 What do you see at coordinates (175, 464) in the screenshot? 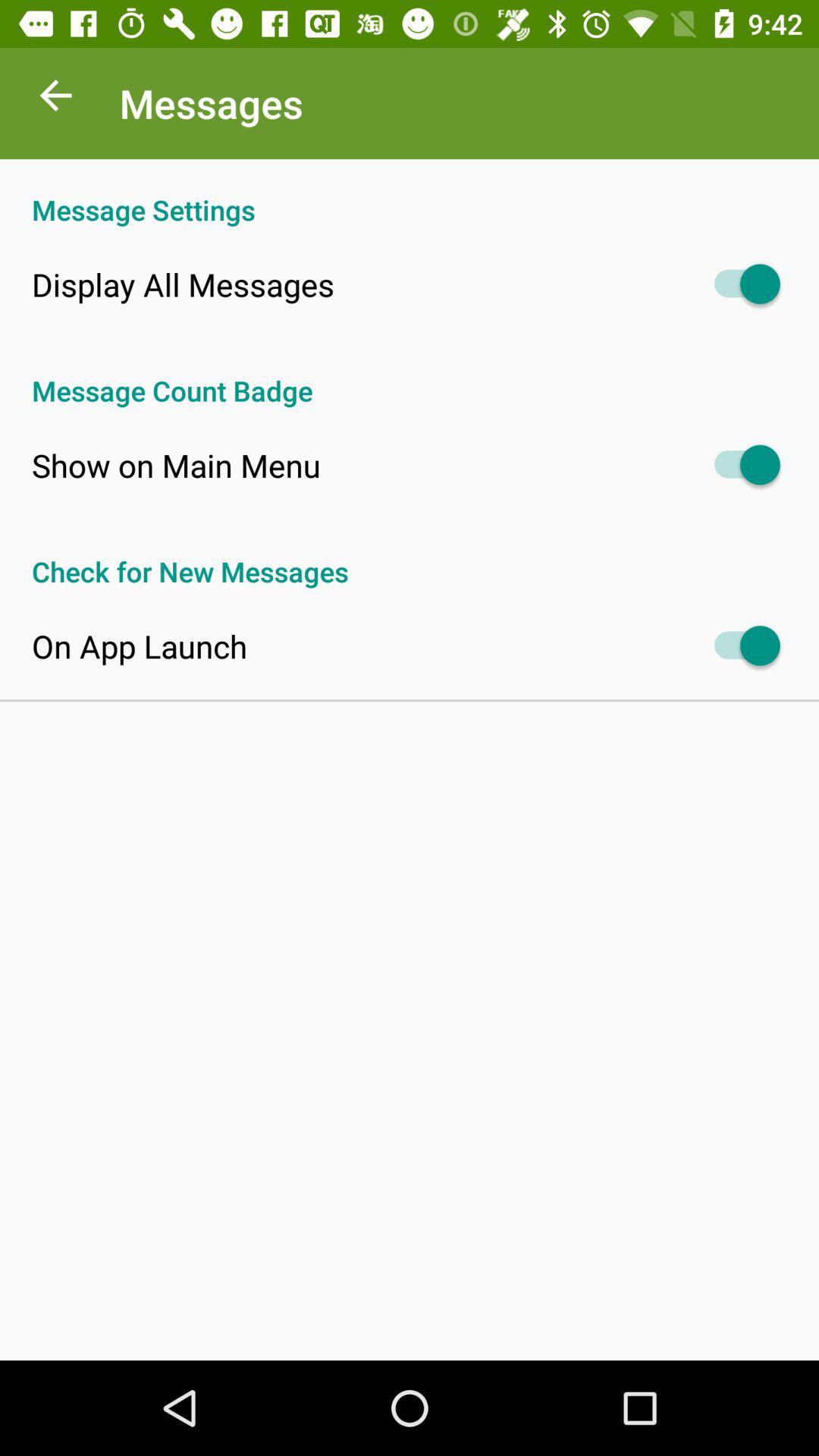
I see `the show on main` at bounding box center [175, 464].